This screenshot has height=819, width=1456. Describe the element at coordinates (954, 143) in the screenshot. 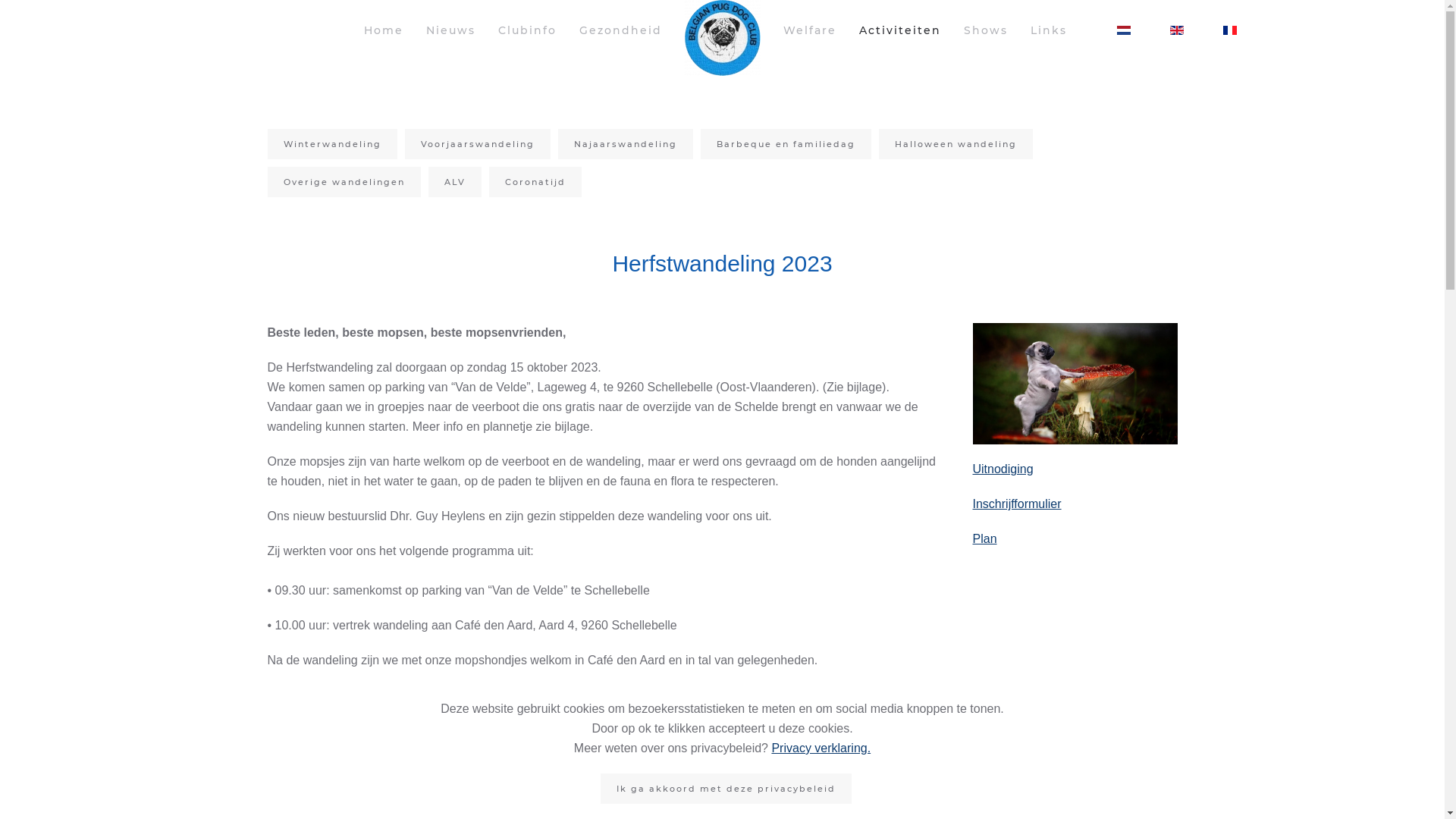

I see `'Halloween wandeling'` at that location.